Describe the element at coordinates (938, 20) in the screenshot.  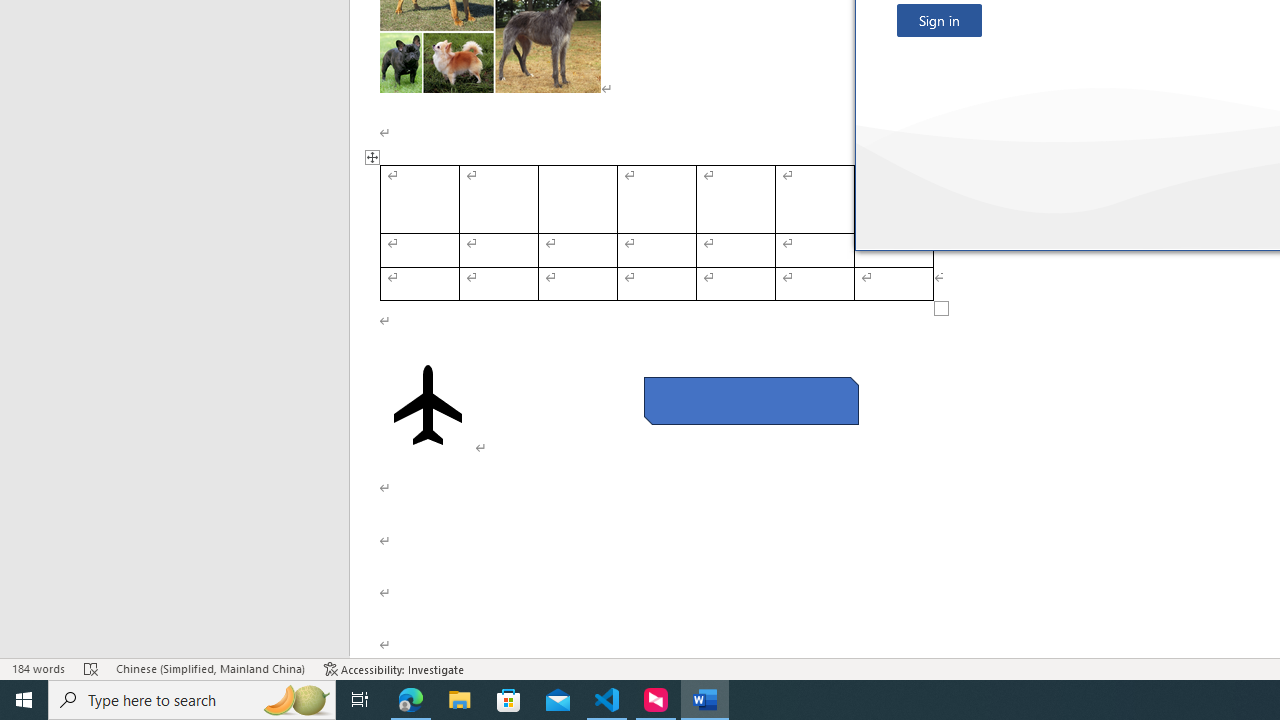
I see `'Sign in'` at that location.